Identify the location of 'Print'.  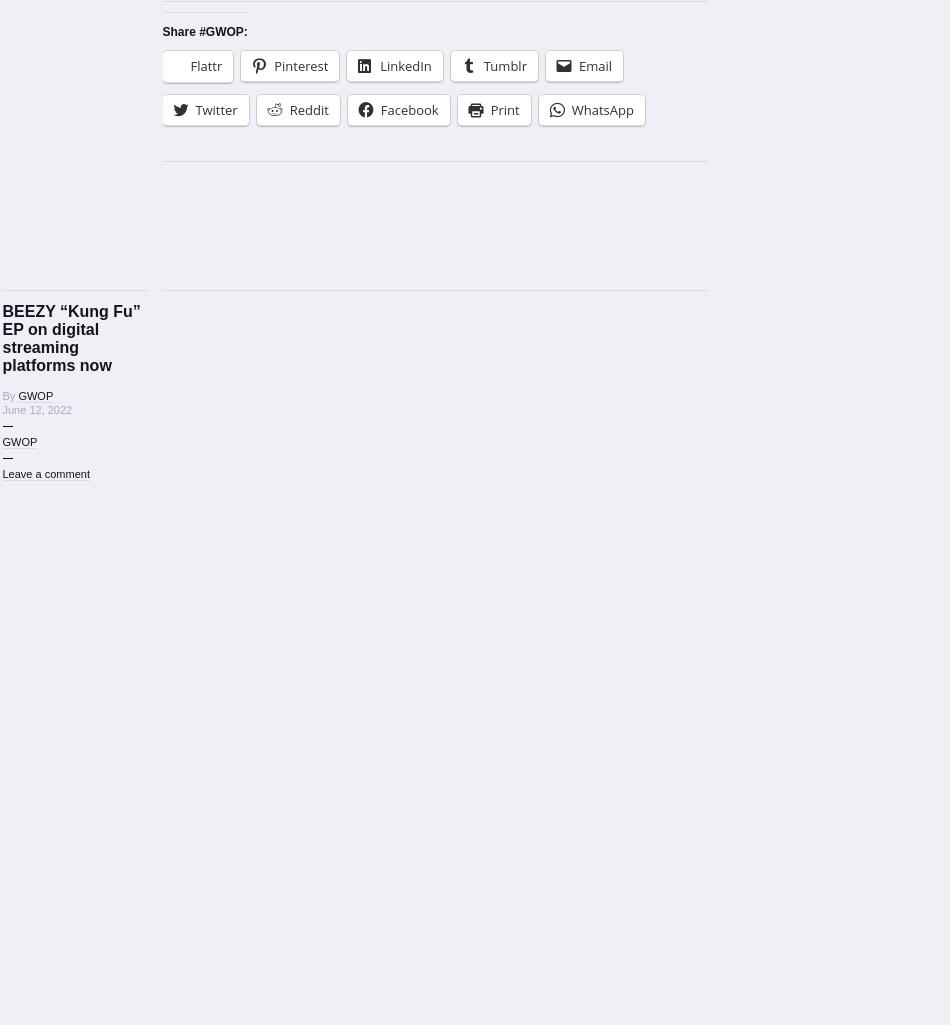
(504, 109).